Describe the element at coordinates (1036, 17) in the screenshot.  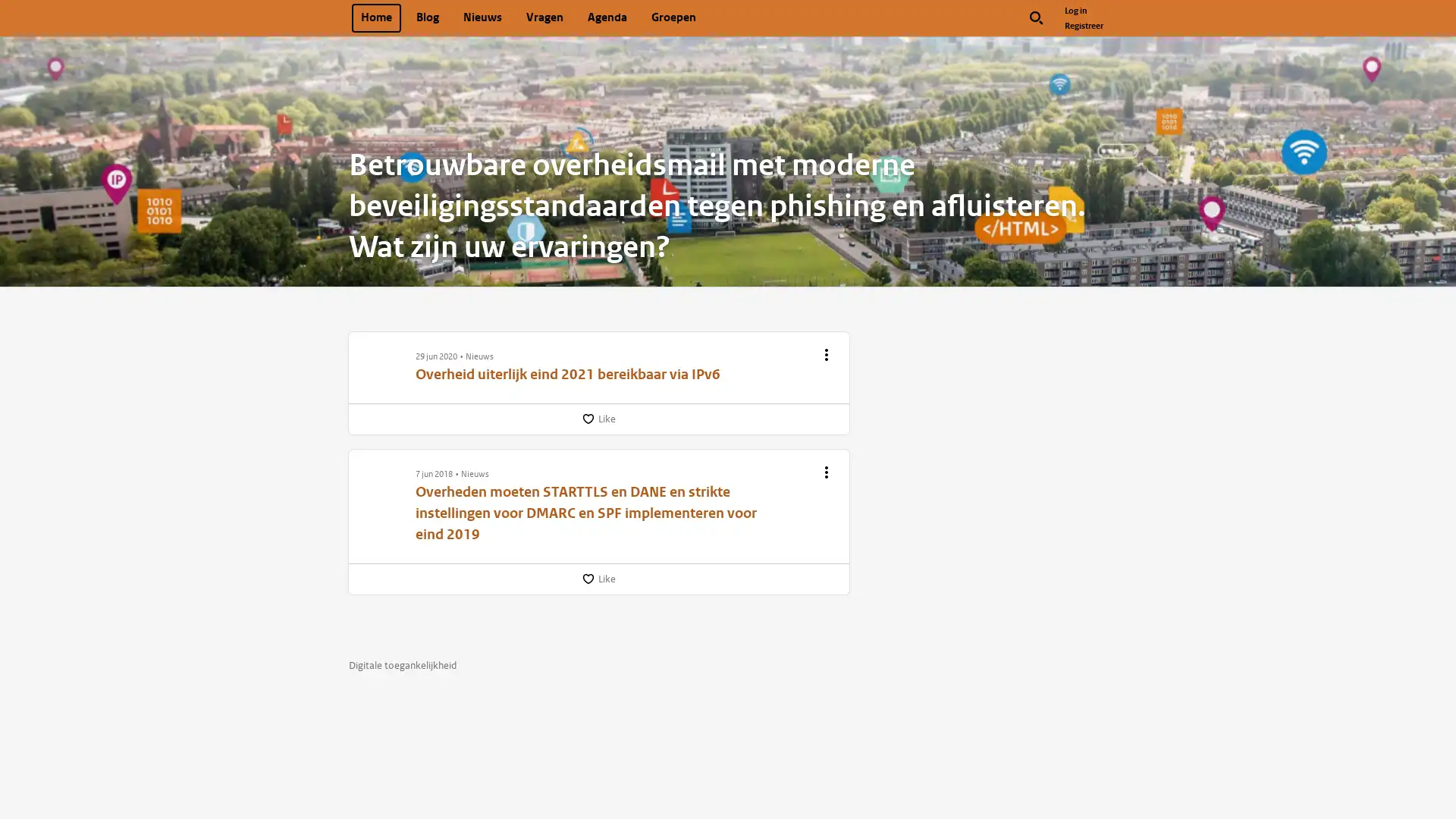
I see `Zoek` at that location.